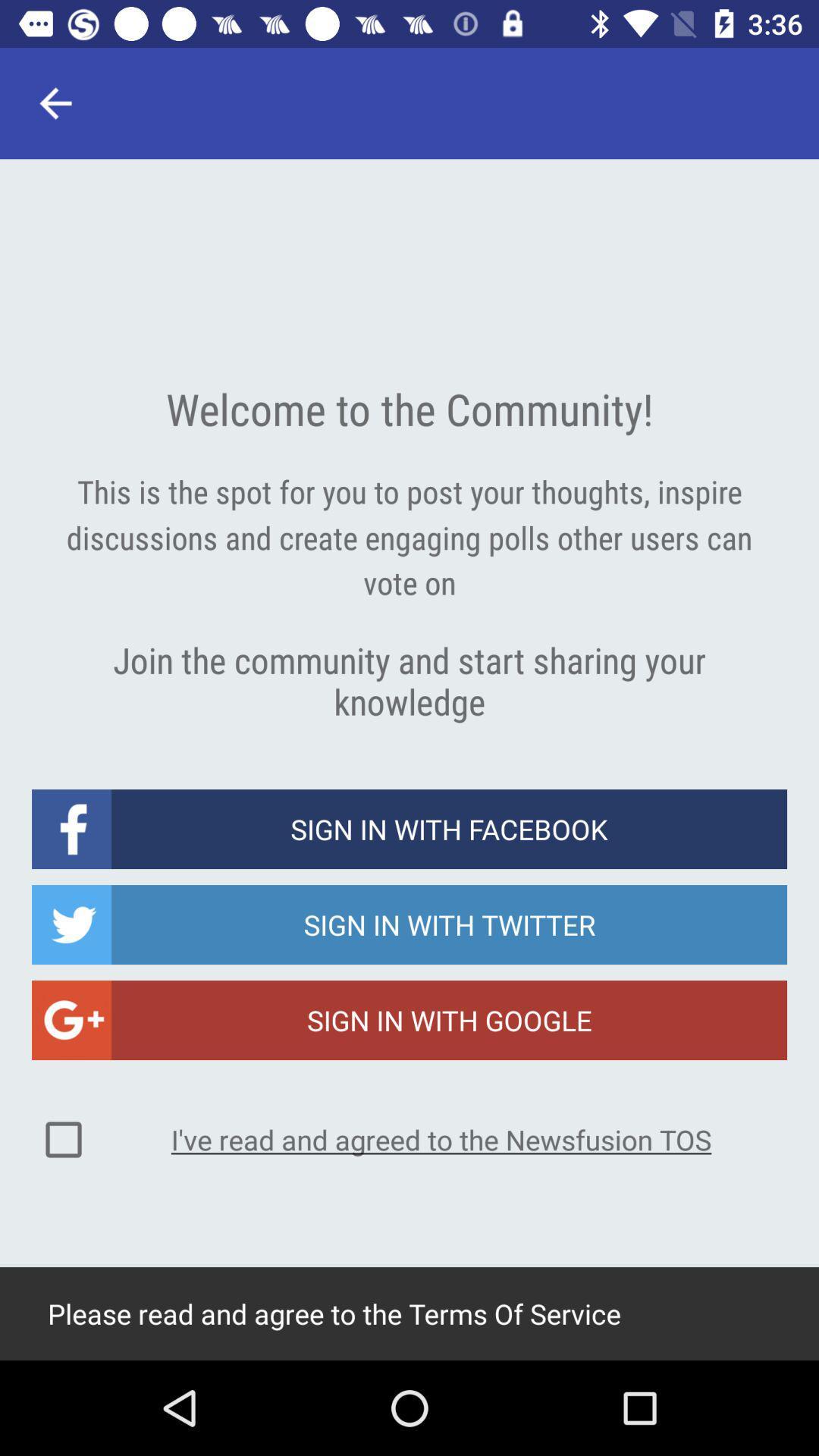  I want to click on item next to i ve read, so click(63, 1139).